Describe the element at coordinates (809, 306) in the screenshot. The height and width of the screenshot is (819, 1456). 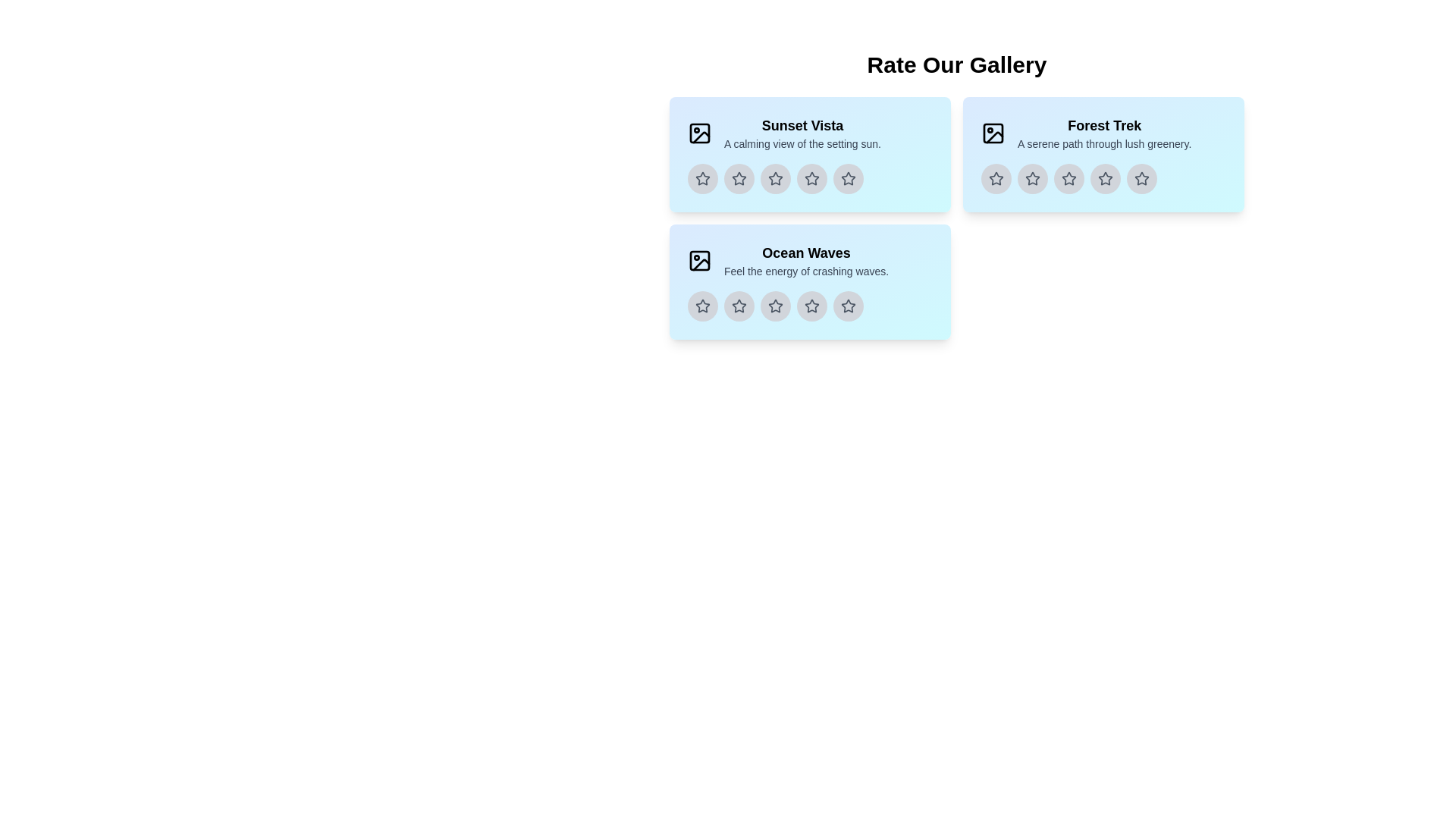
I see `the third star in the horizontal row of five stars for rating user content, located within the card labeled 'Ocean Waves'` at that location.